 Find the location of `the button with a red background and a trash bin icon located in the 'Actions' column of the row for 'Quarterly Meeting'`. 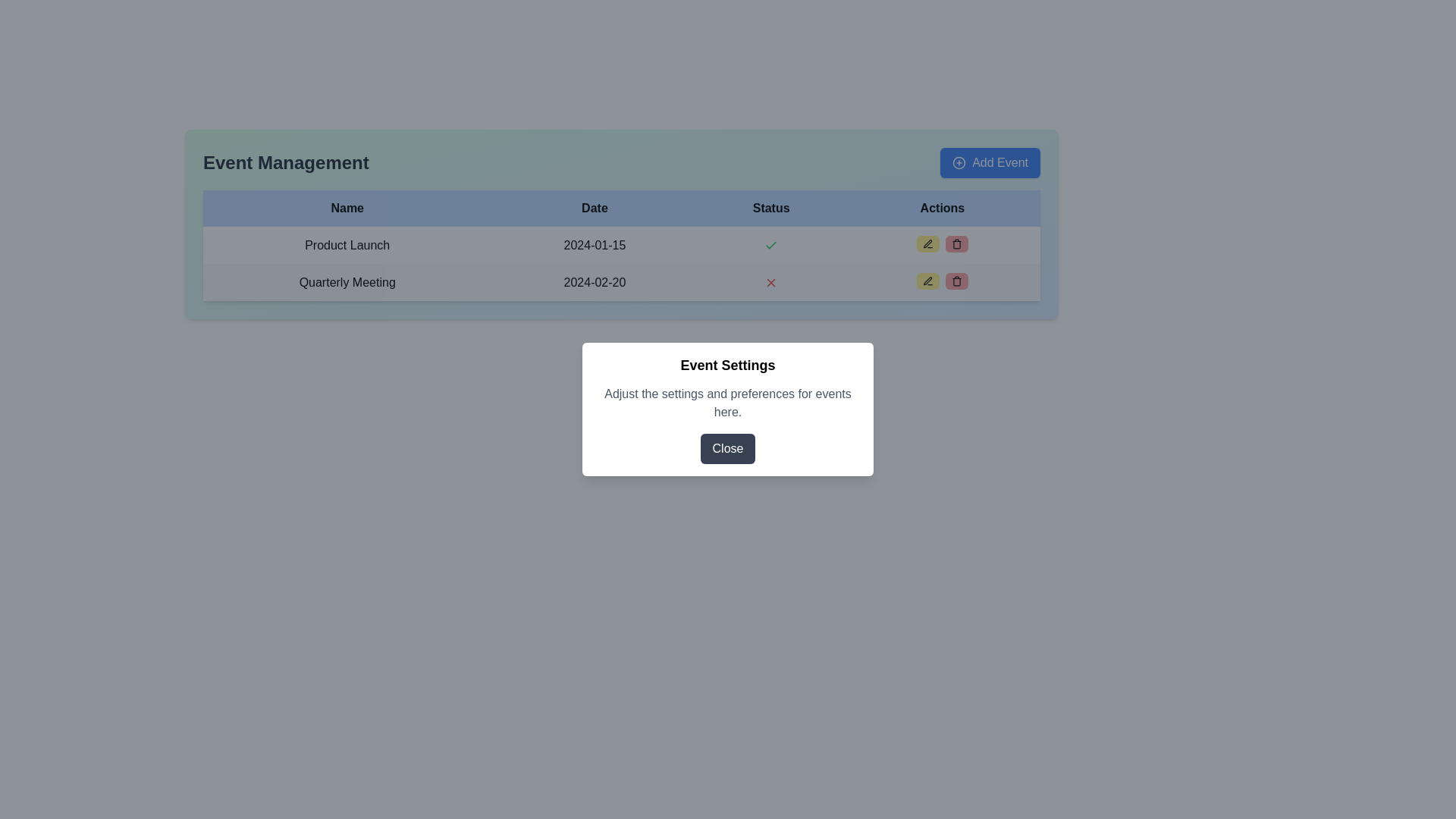

the button with a red background and a trash bin icon located in the 'Actions' column of the row for 'Quarterly Meeting' is located at coordinates (956, 281).